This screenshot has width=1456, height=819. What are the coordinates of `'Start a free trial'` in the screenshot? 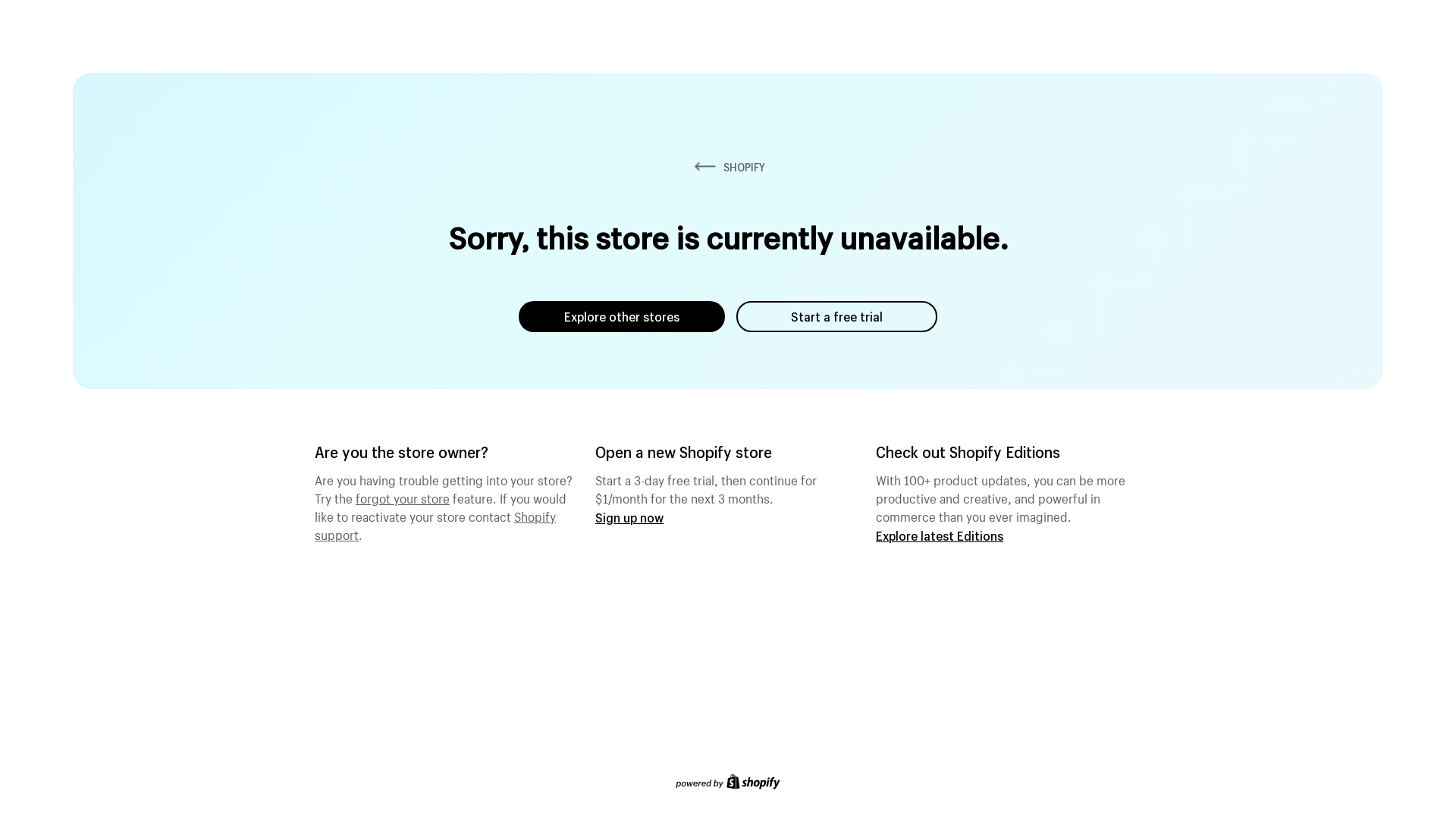 It's located at (836, 315).